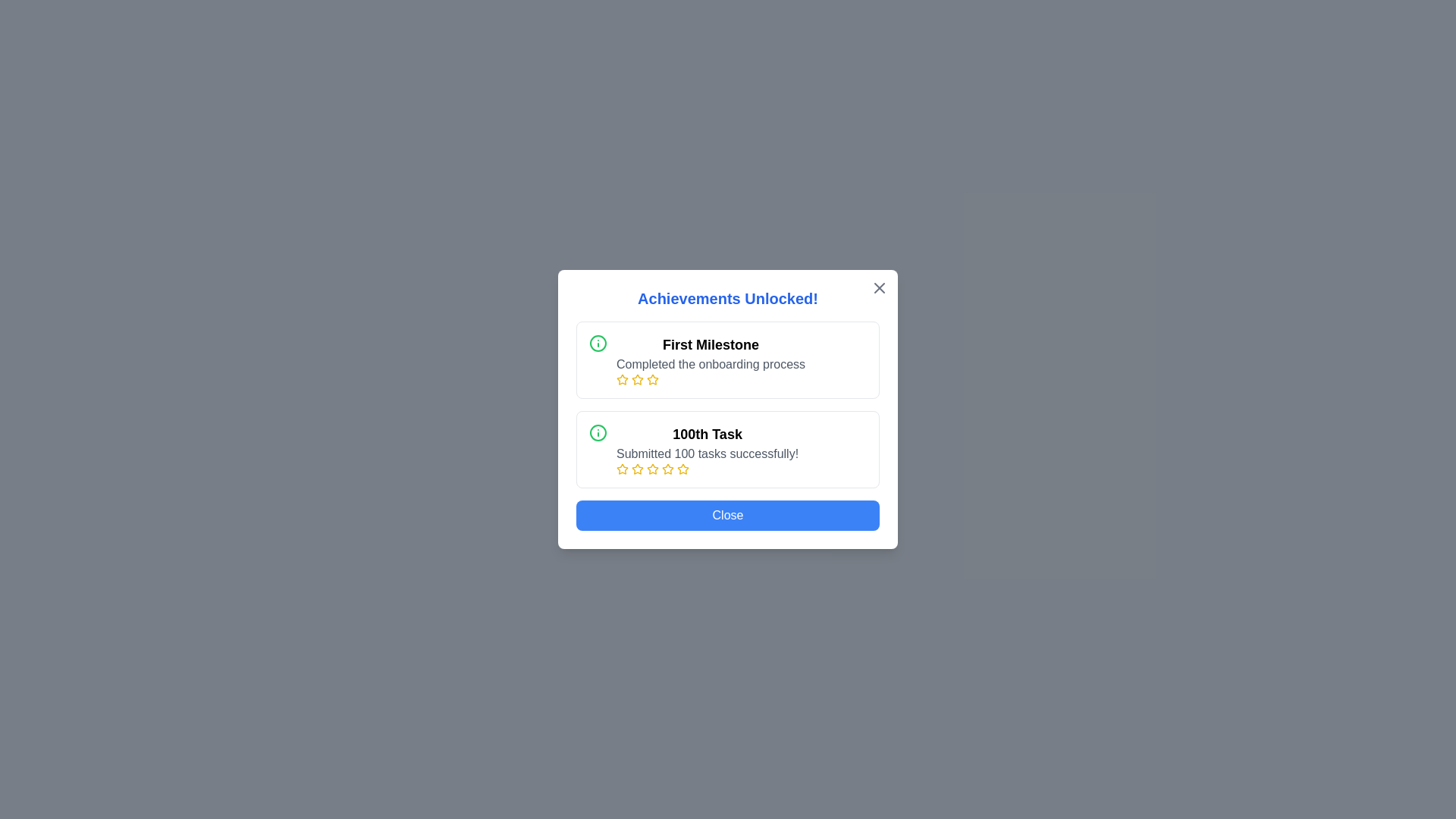 Image resolution: width=1456 pixels, height=819 pixels. What do you see at coordinates (707, 453) in the screenshot?
I see `the static text label that reads 'Submitted 100 tasks successfully!' in gray font, located beneath the '100th Task' heading in the achievements modal` at bounding box center [707, 453].